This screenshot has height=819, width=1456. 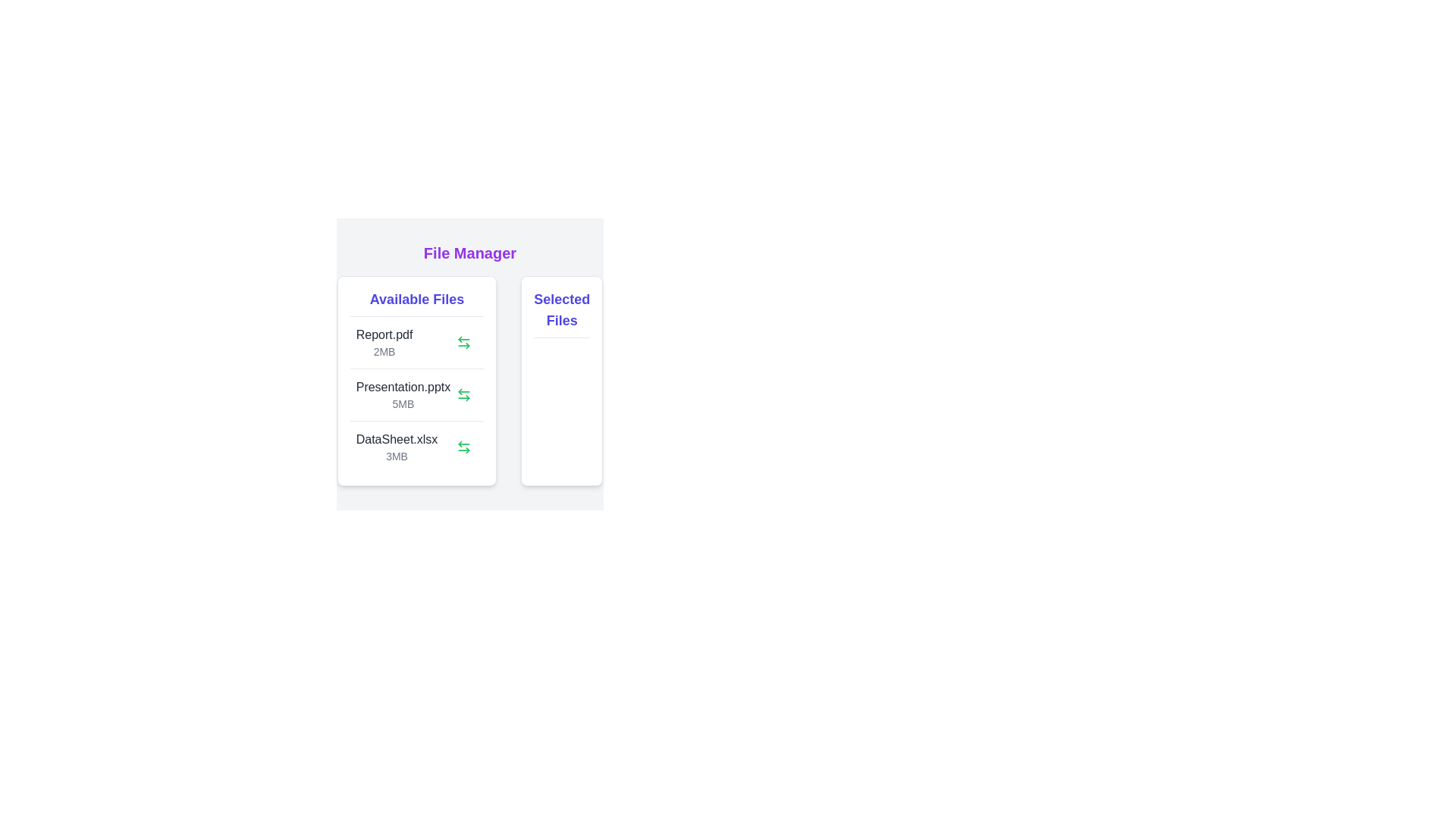 I want to click on the static text label displaying 'Report.pdf', so click(x=384, y=334).